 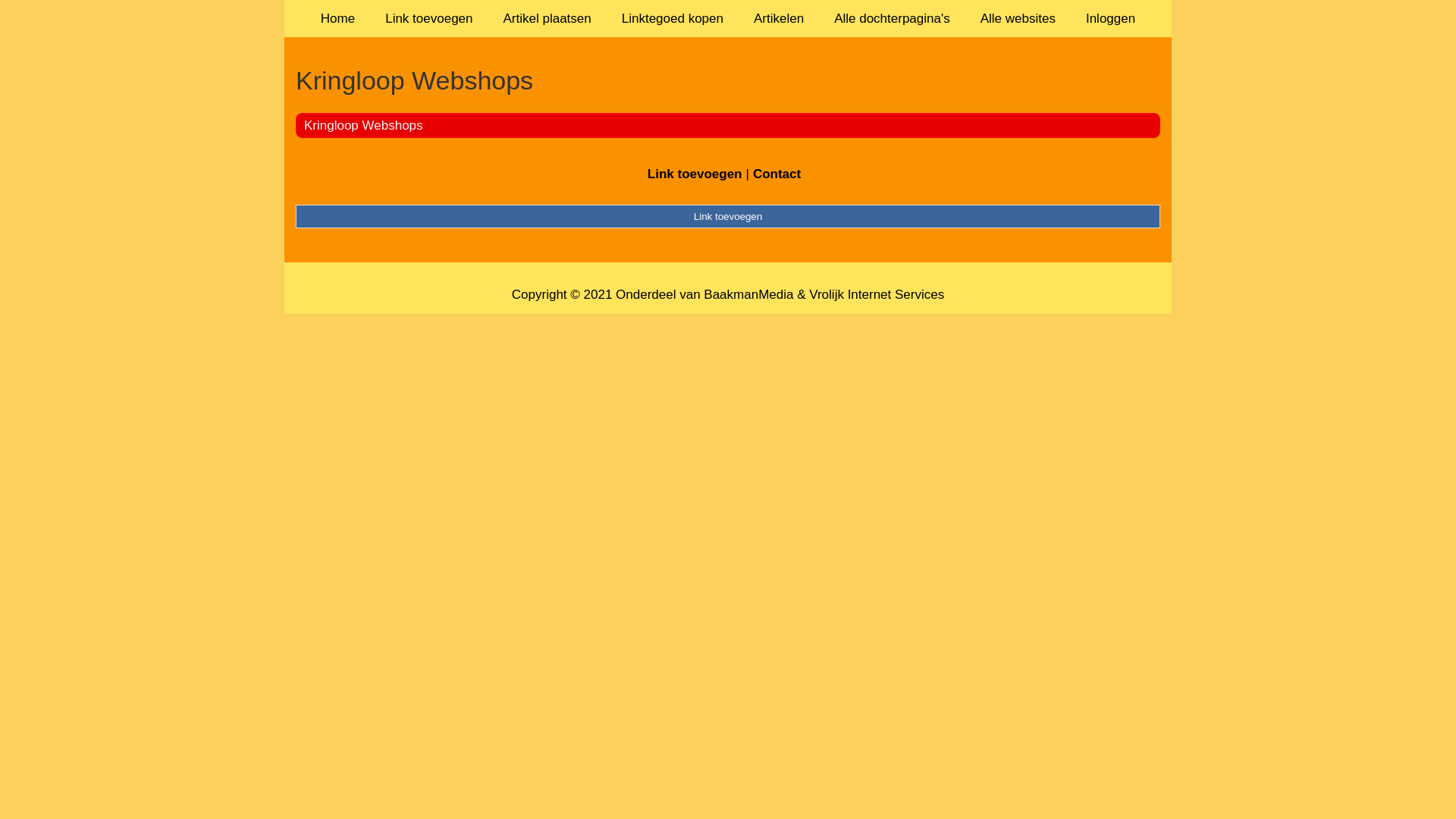 What do you see at coordinates (748, 294) in the screenshot?
I see `'BaakmanMedia'` at bounding box center [748, 294].